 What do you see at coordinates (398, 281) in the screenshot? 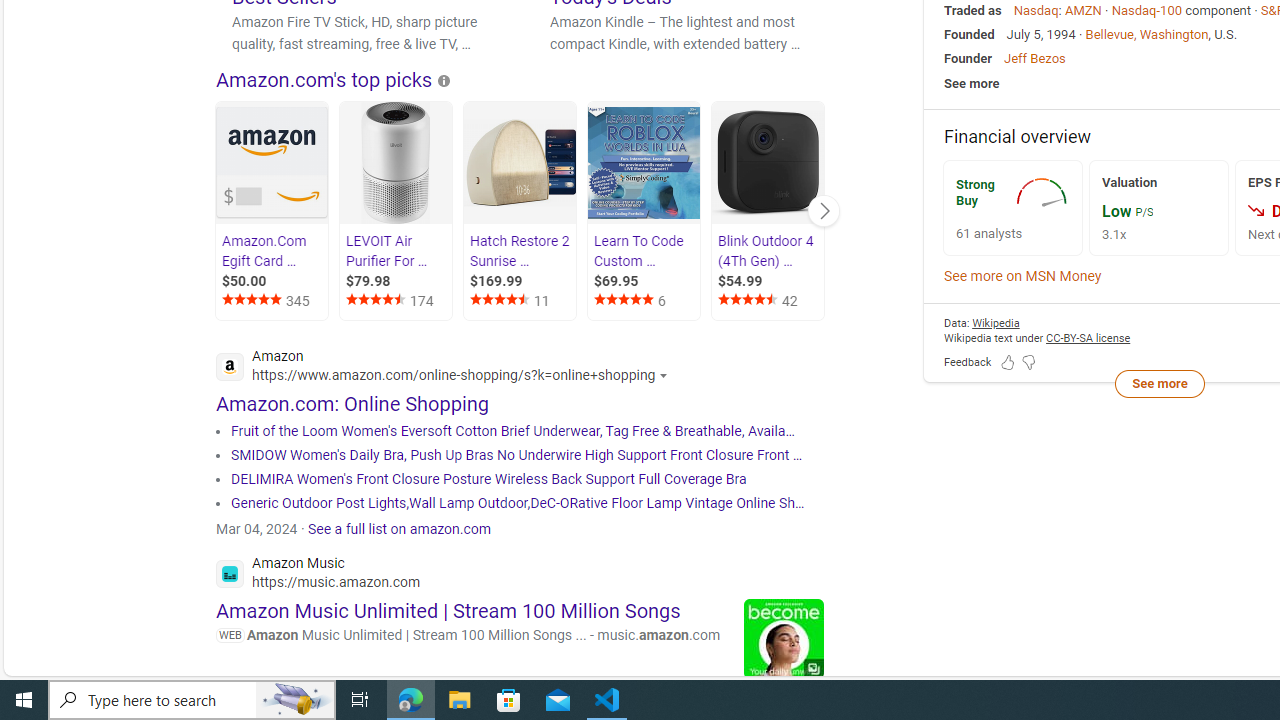
I see `'$79.98'` at bounding box center [398, 281].